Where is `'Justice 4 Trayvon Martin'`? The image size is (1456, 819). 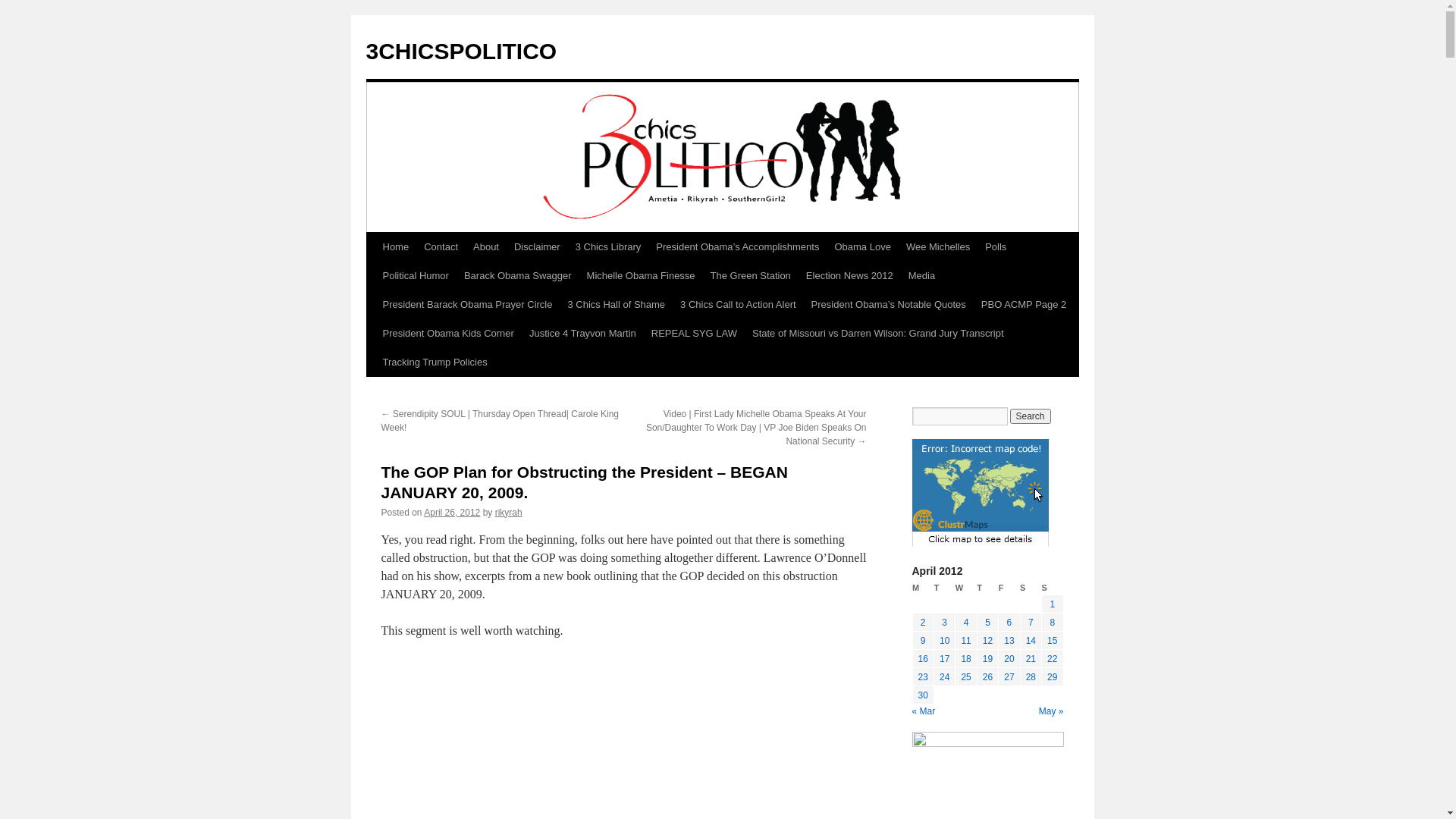 'Justice 4 Trayvon Martin' is located at coordinates (582, 332).